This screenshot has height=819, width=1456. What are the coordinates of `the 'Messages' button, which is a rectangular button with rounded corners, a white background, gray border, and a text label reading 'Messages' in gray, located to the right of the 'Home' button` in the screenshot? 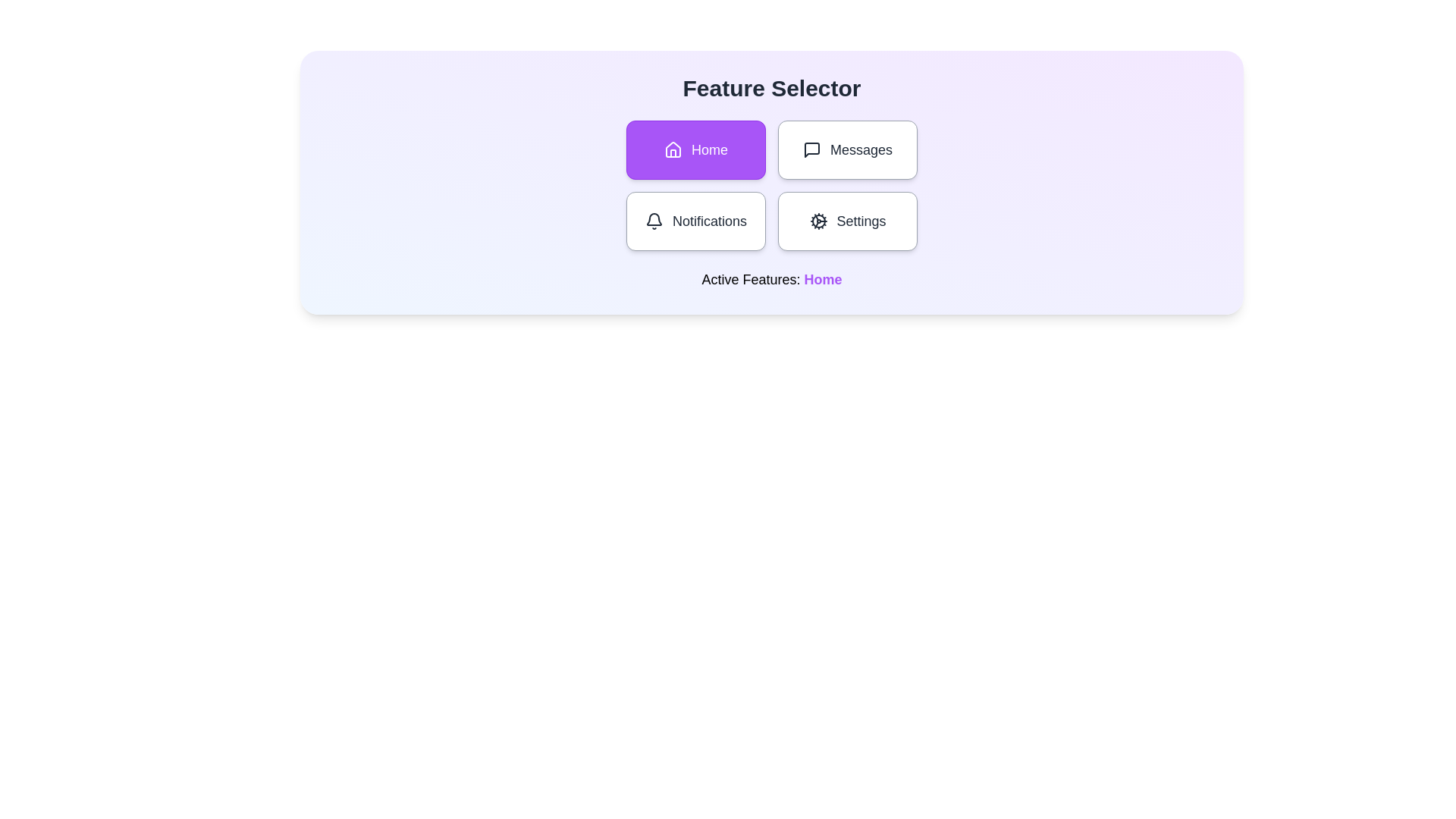 It's located at (847, 149).